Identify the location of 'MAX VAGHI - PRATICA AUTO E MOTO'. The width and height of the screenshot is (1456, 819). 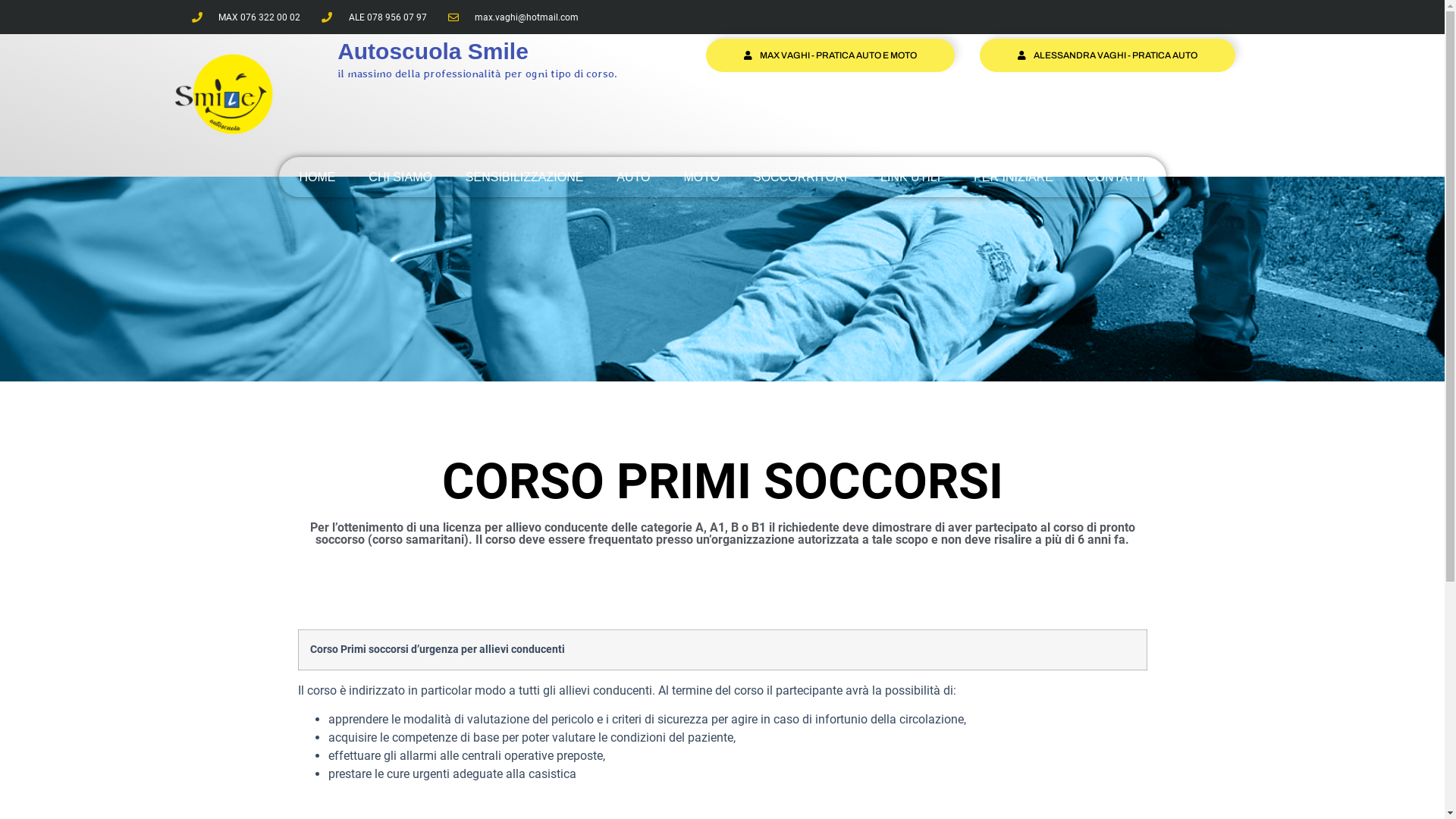
(829, 55).